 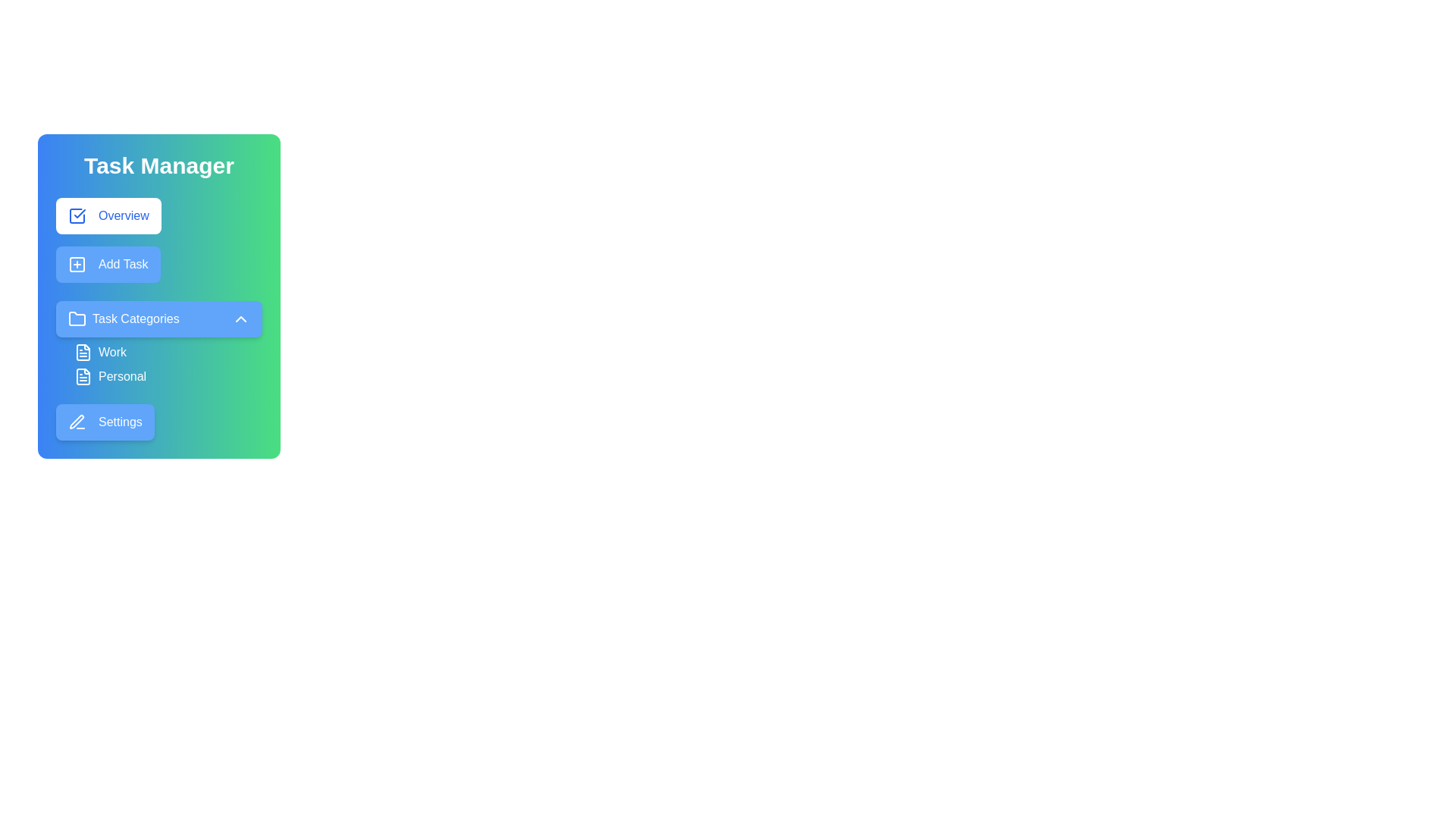 I want to click on the 'Task Categories' button, which is a rectangular button with a blue background and white text, located in the vertical navigation menu under the 'Task Manager' heading, so click(x=159, y=318).